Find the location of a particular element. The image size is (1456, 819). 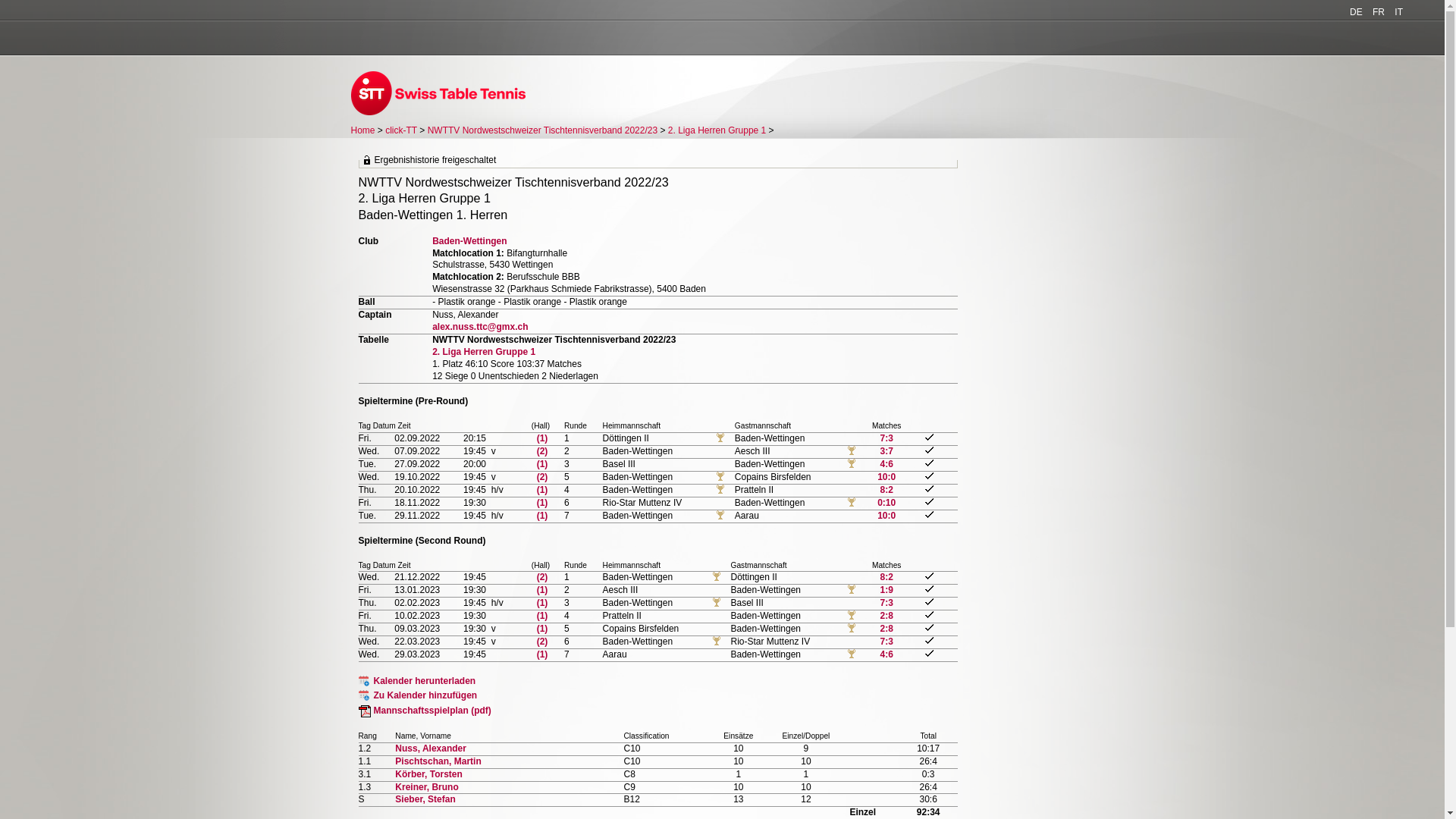

'Spielbericht genehmigt' is located at coordinates (928, 588).